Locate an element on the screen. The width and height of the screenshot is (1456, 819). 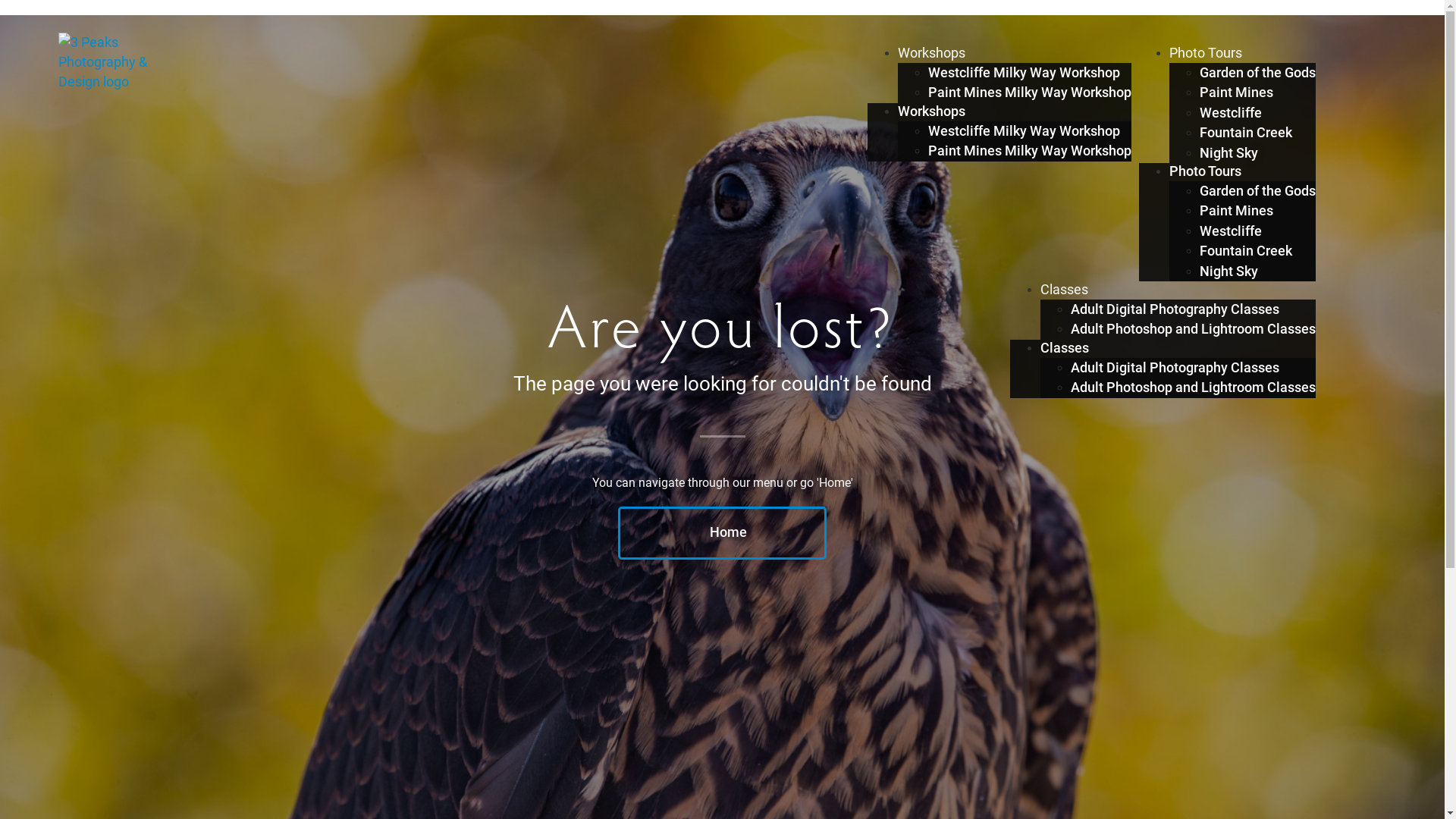
'Garden of the Gods' is located at coordinates (1257, 73).